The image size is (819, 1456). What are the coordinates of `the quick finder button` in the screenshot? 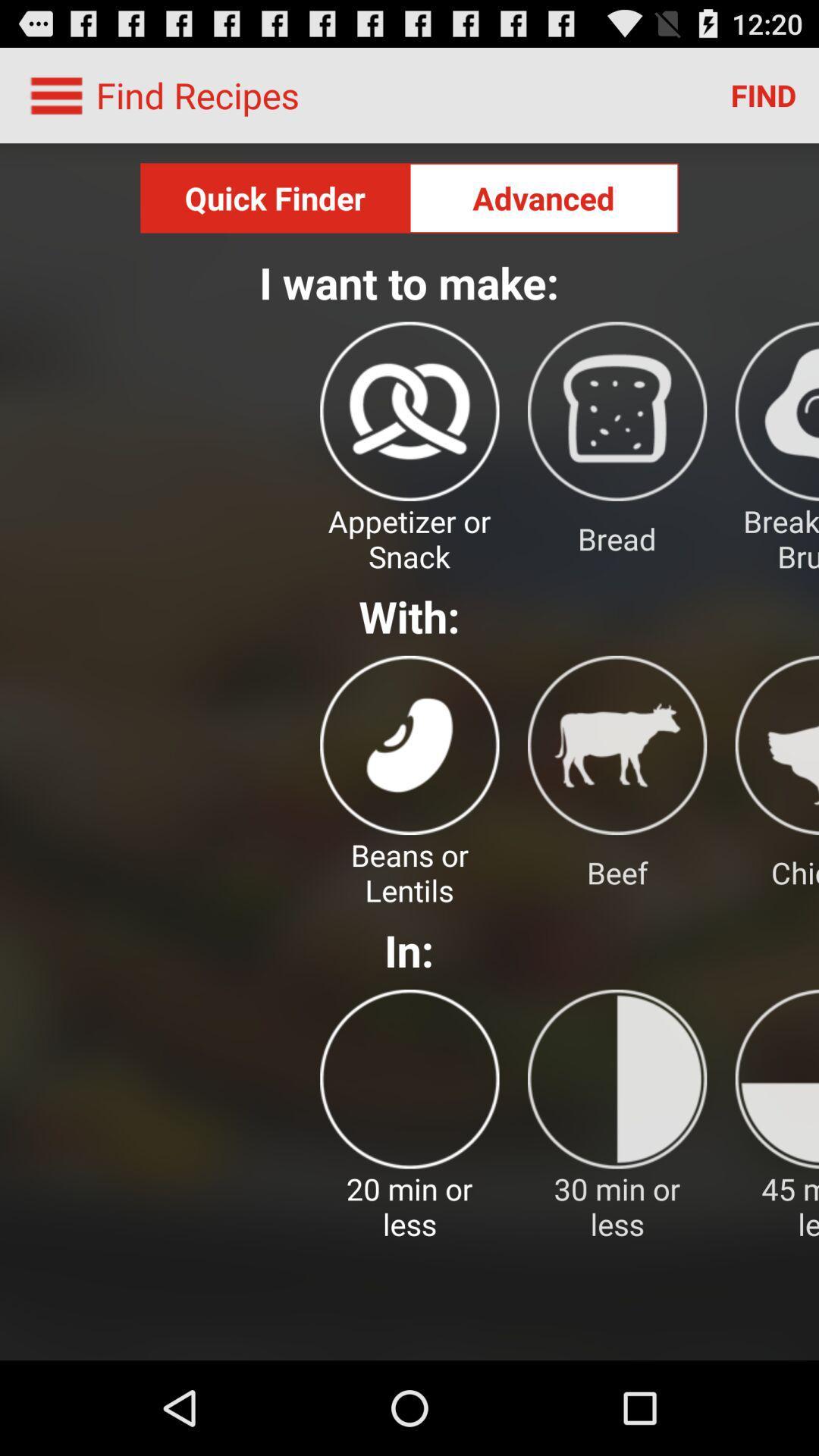 It's located at (275, 197).